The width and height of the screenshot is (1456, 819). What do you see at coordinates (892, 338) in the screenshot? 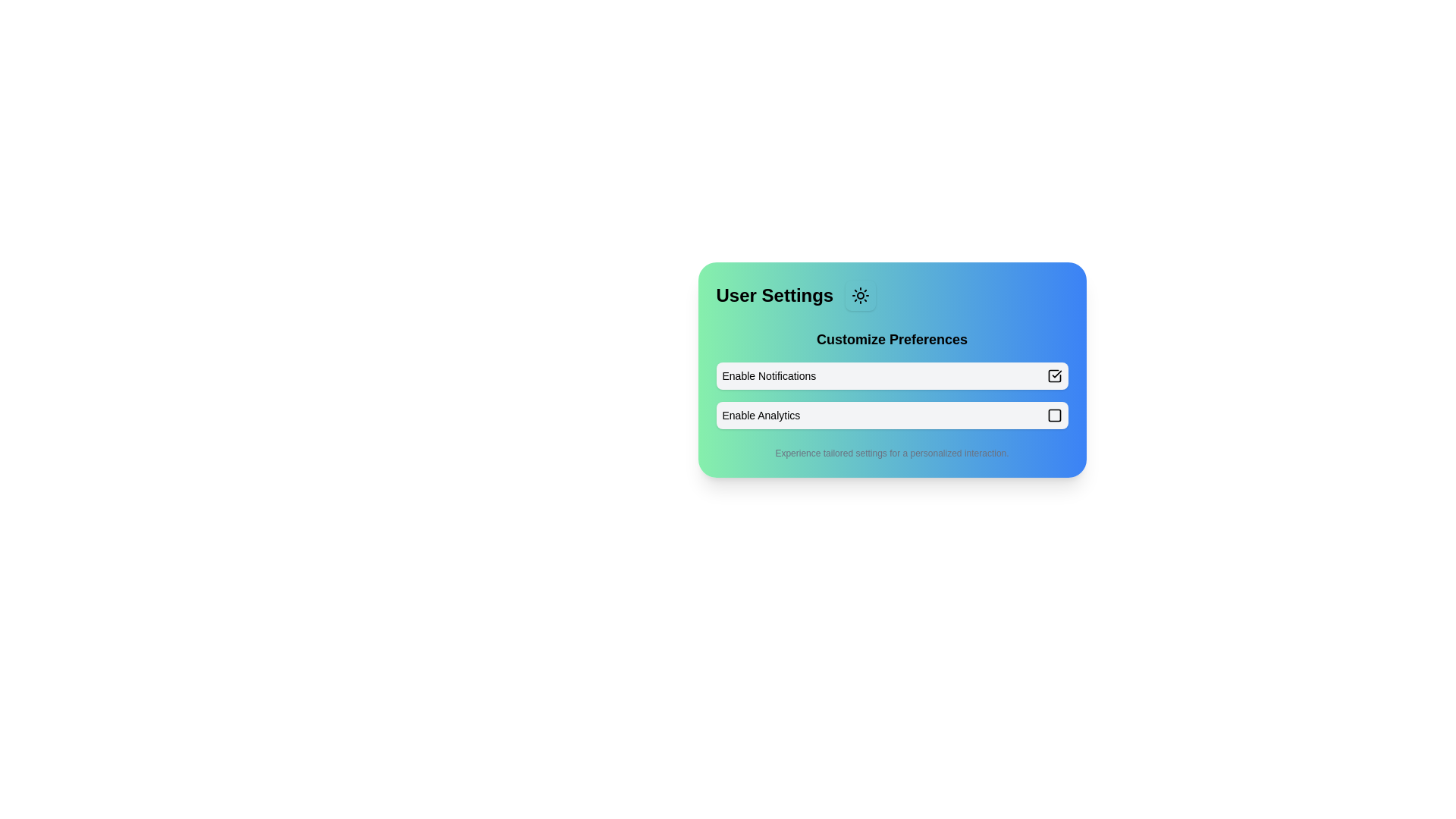
I see `the text label that says 'Customize Preferences' to read its content` at bounding box center [892, 338].